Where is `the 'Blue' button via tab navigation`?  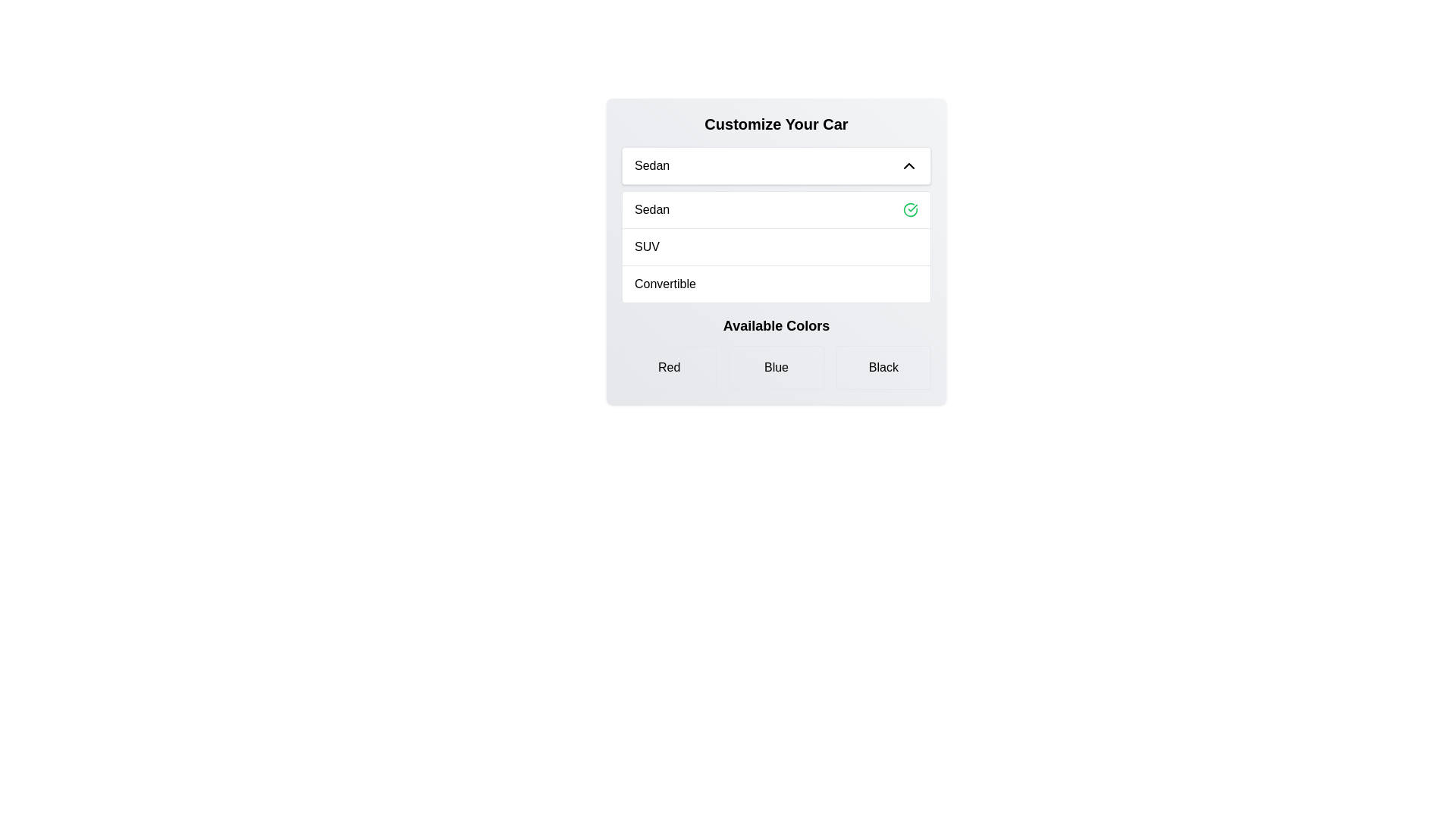 the 'Blue' button via tab navigation is located at coordinates (776, 368).